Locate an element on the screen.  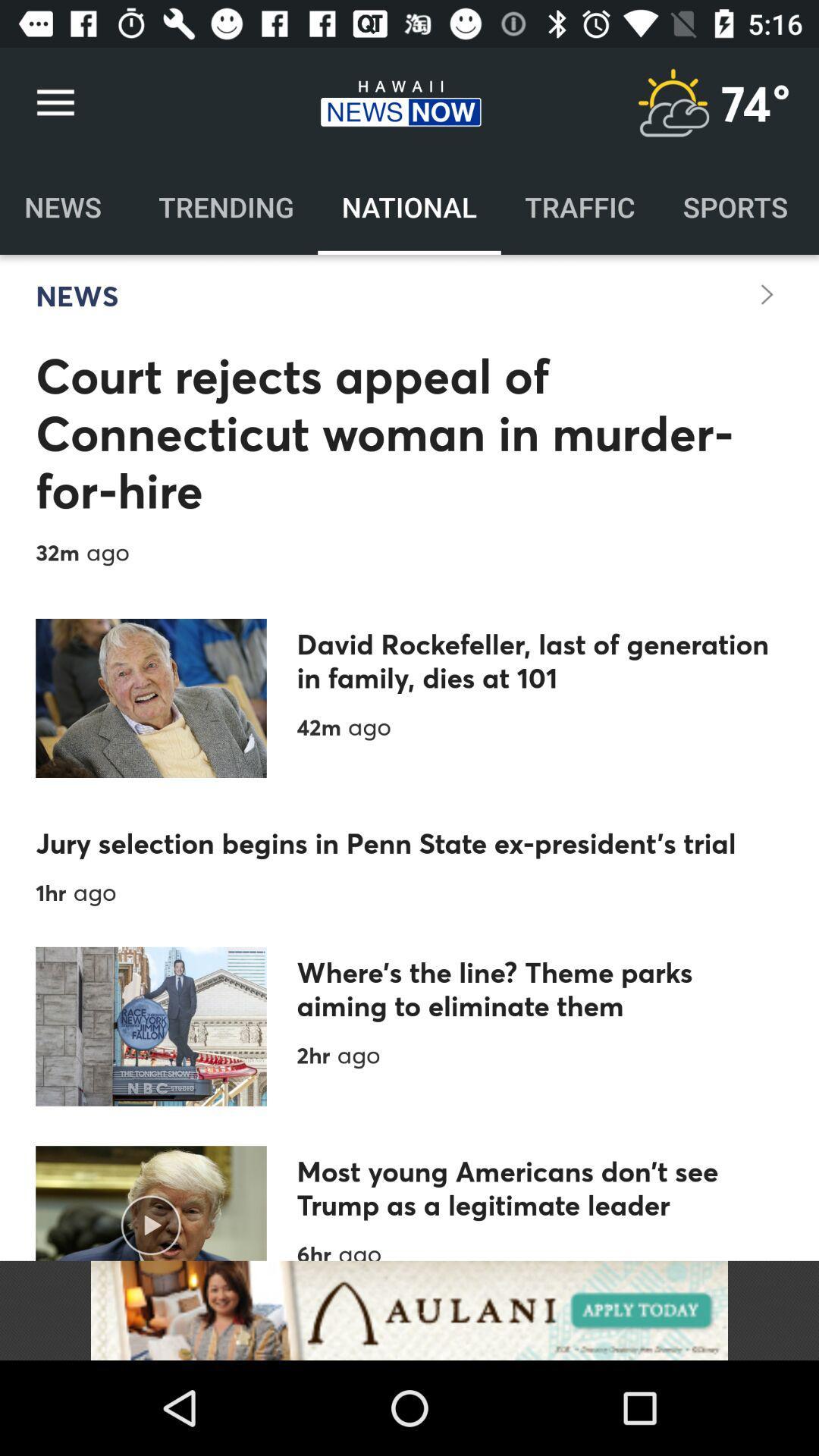
like the add is located at coordinates (409, 1310).